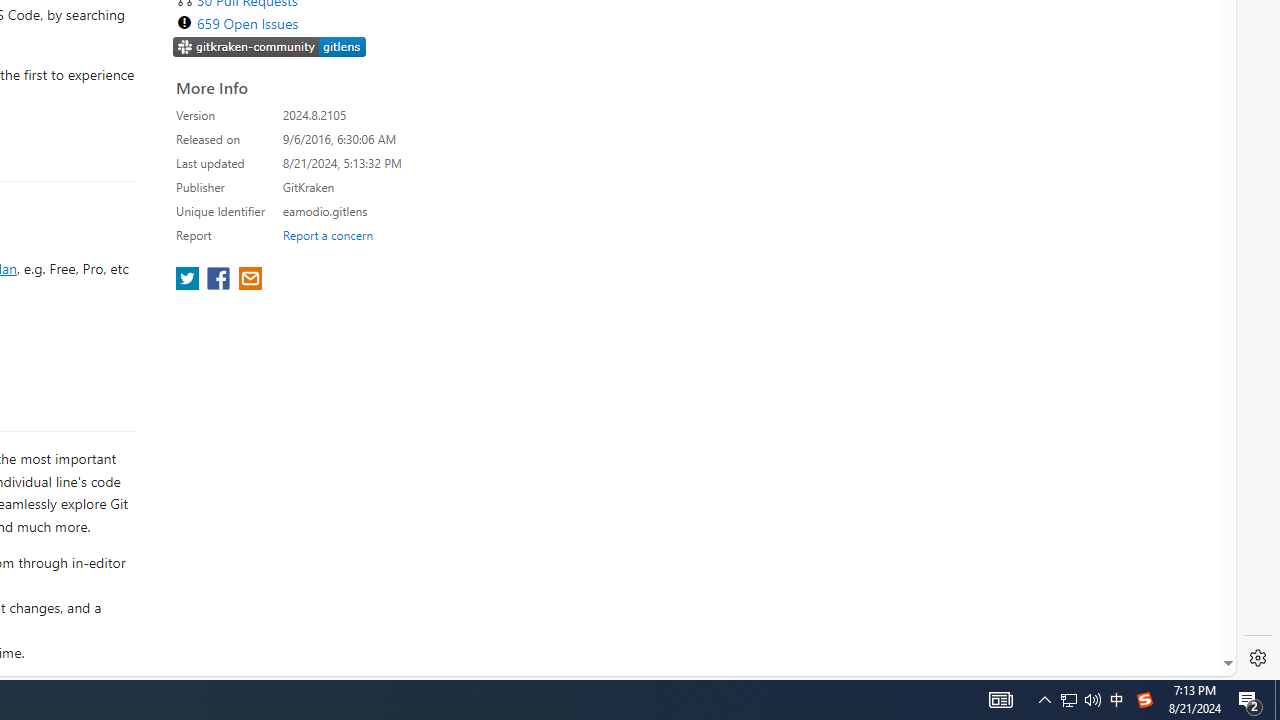 This screenshot has width=1280, height=720. Describe the element at coordinates (248, 280) in the screenshot. I see `'share extension on email'` at that location.